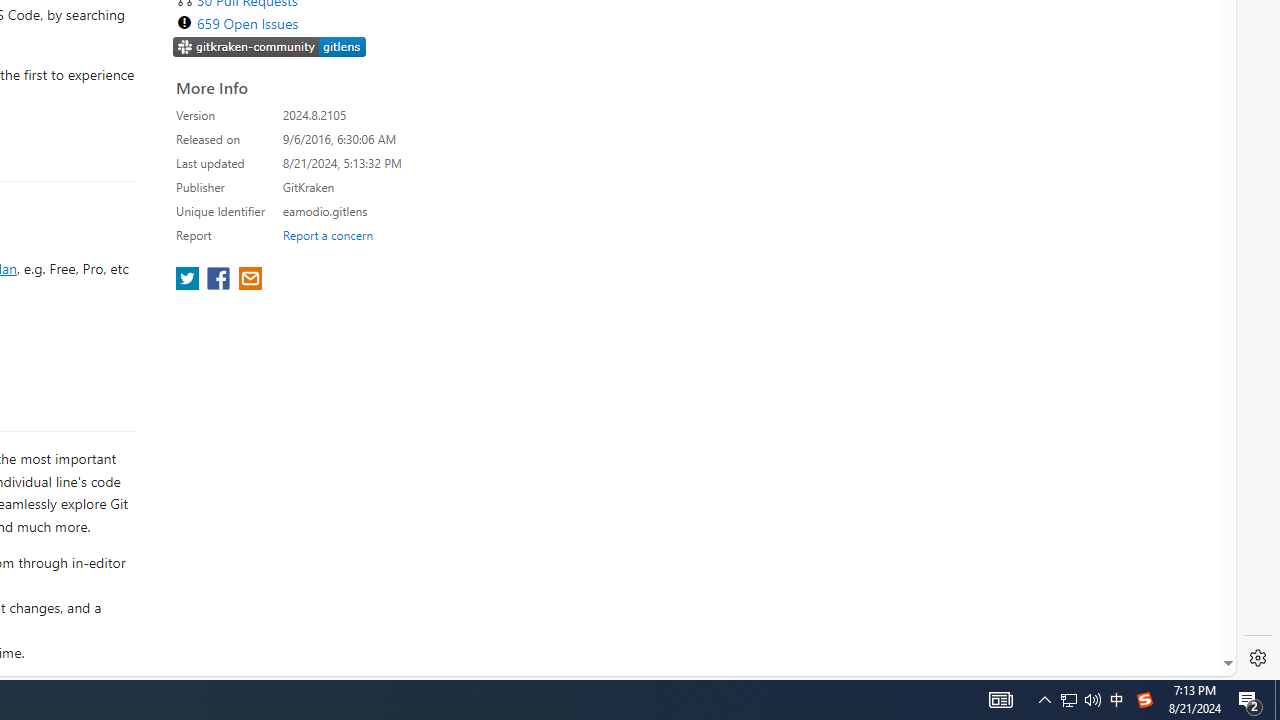 This screenshot has width=1280, height=720. Describe the element at coordinates (248, 280) in the screenshot. I see `'share extension on email'` at that location.